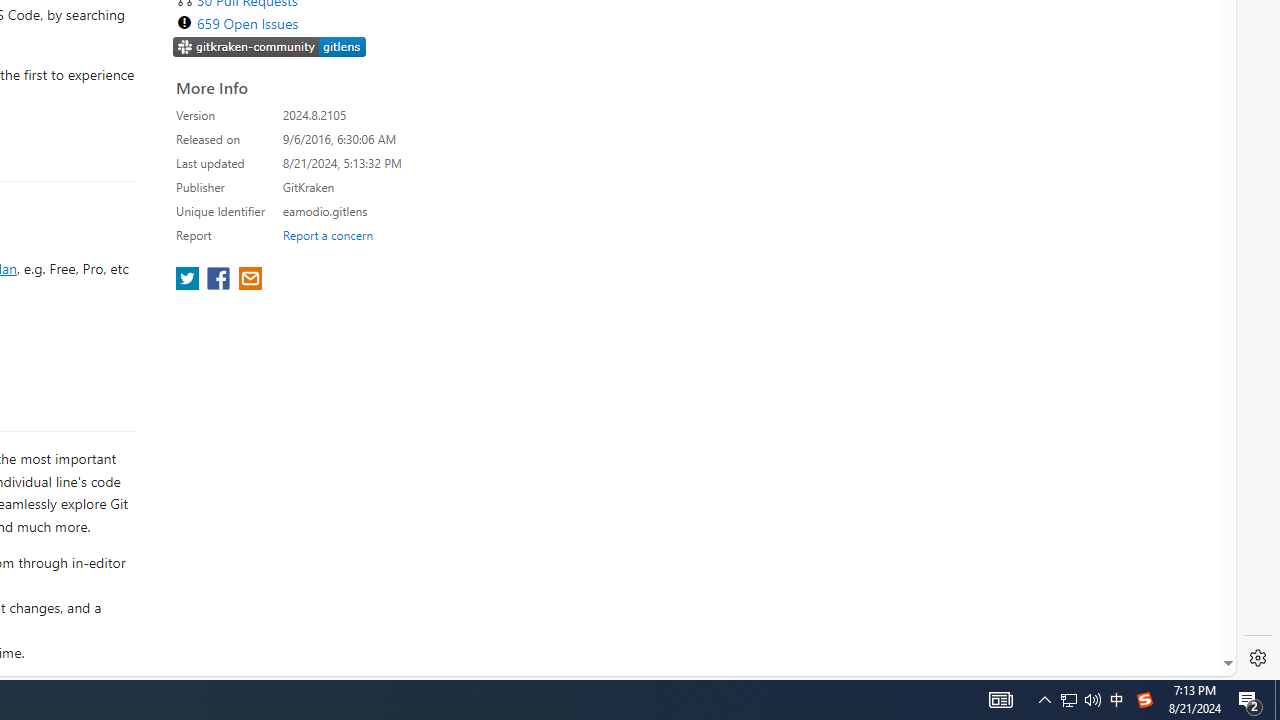 This screenshot has width=1280, height=720. Describe the element at coordinates (248, 280) in the screenshot. I see `'share extension on email'` at that location.